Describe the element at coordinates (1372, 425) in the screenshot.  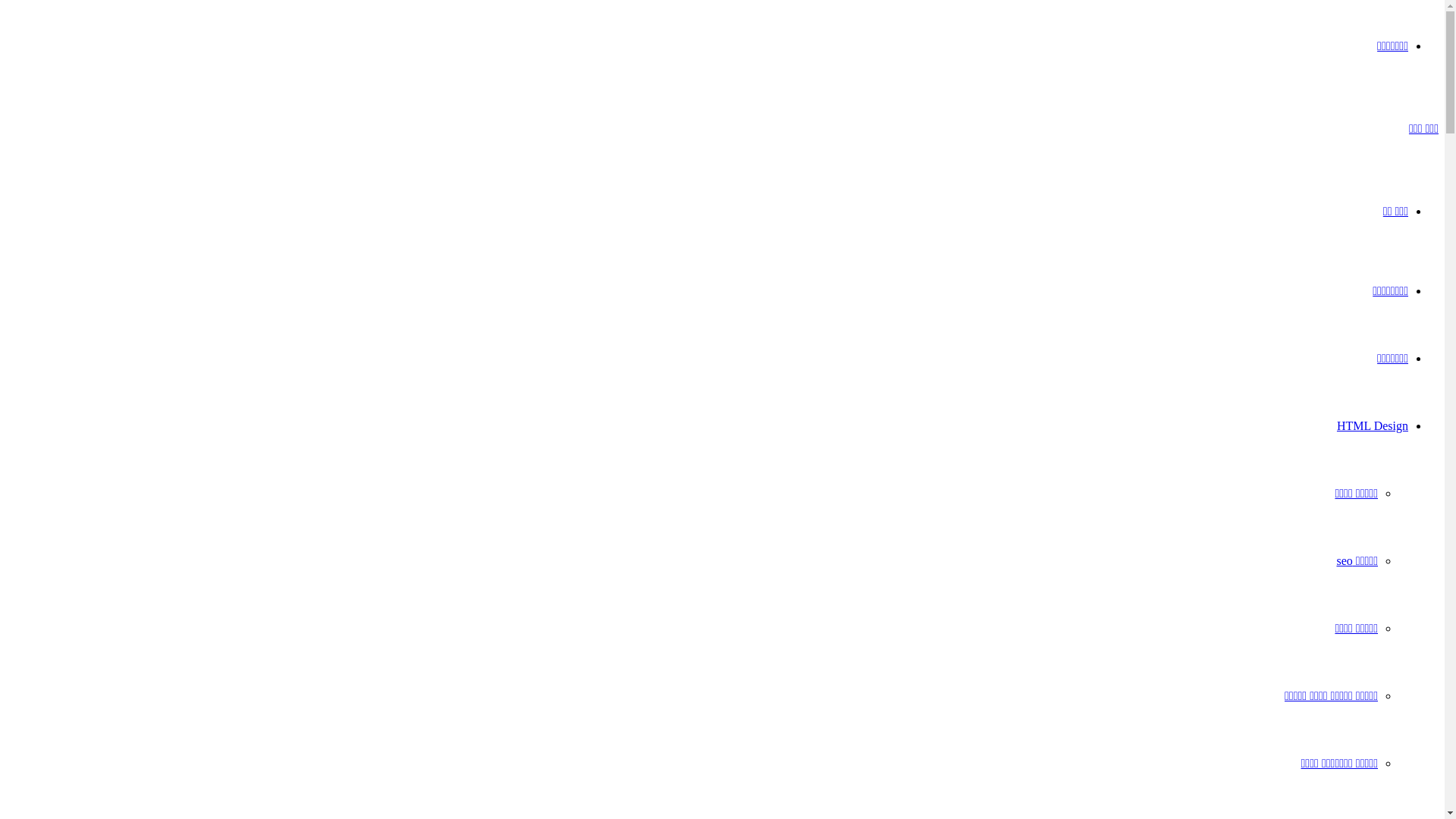
I see `'HTML Design'` at that location.